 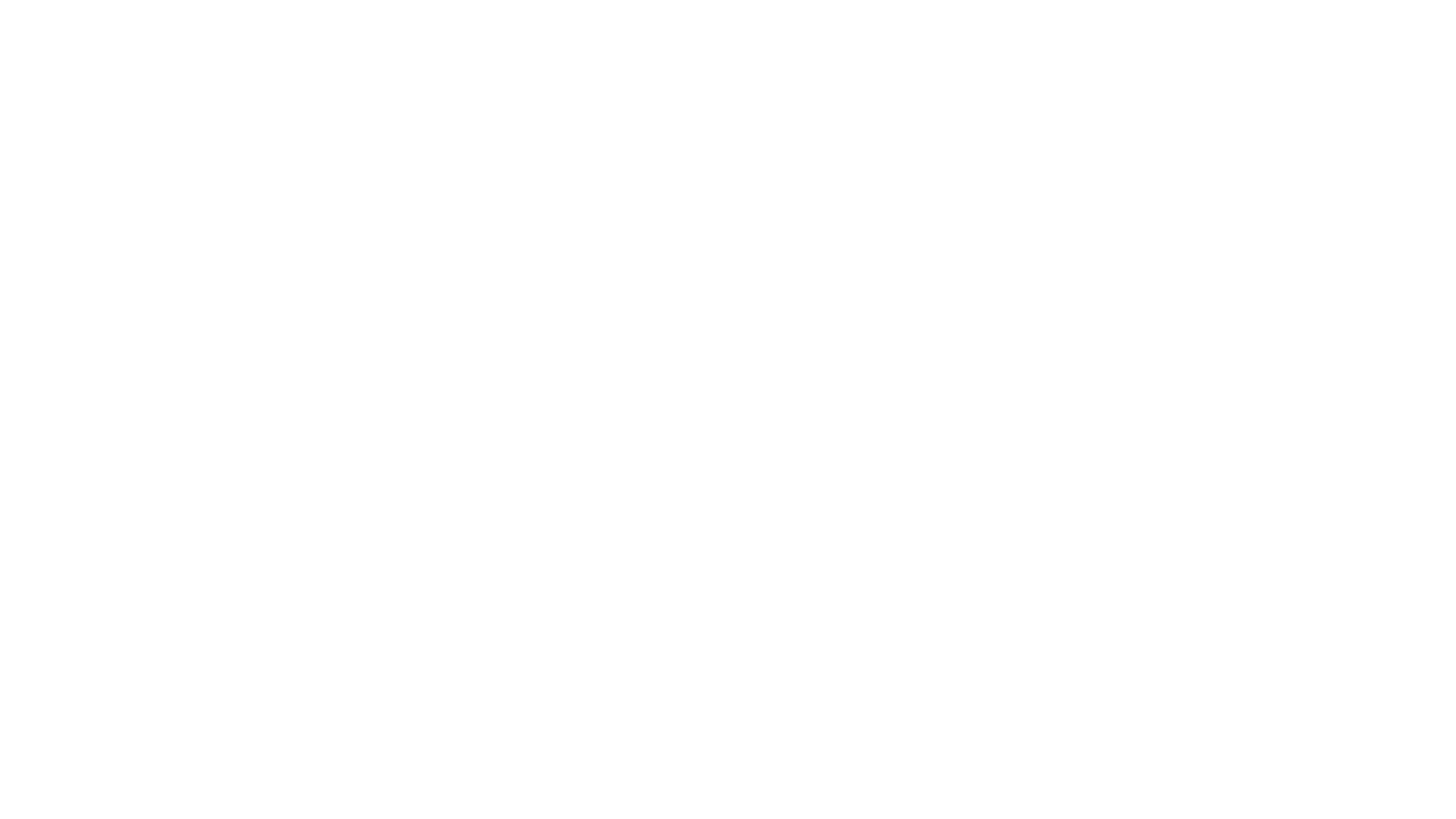 I want to click on GRID, so click(x=1248, y=369).